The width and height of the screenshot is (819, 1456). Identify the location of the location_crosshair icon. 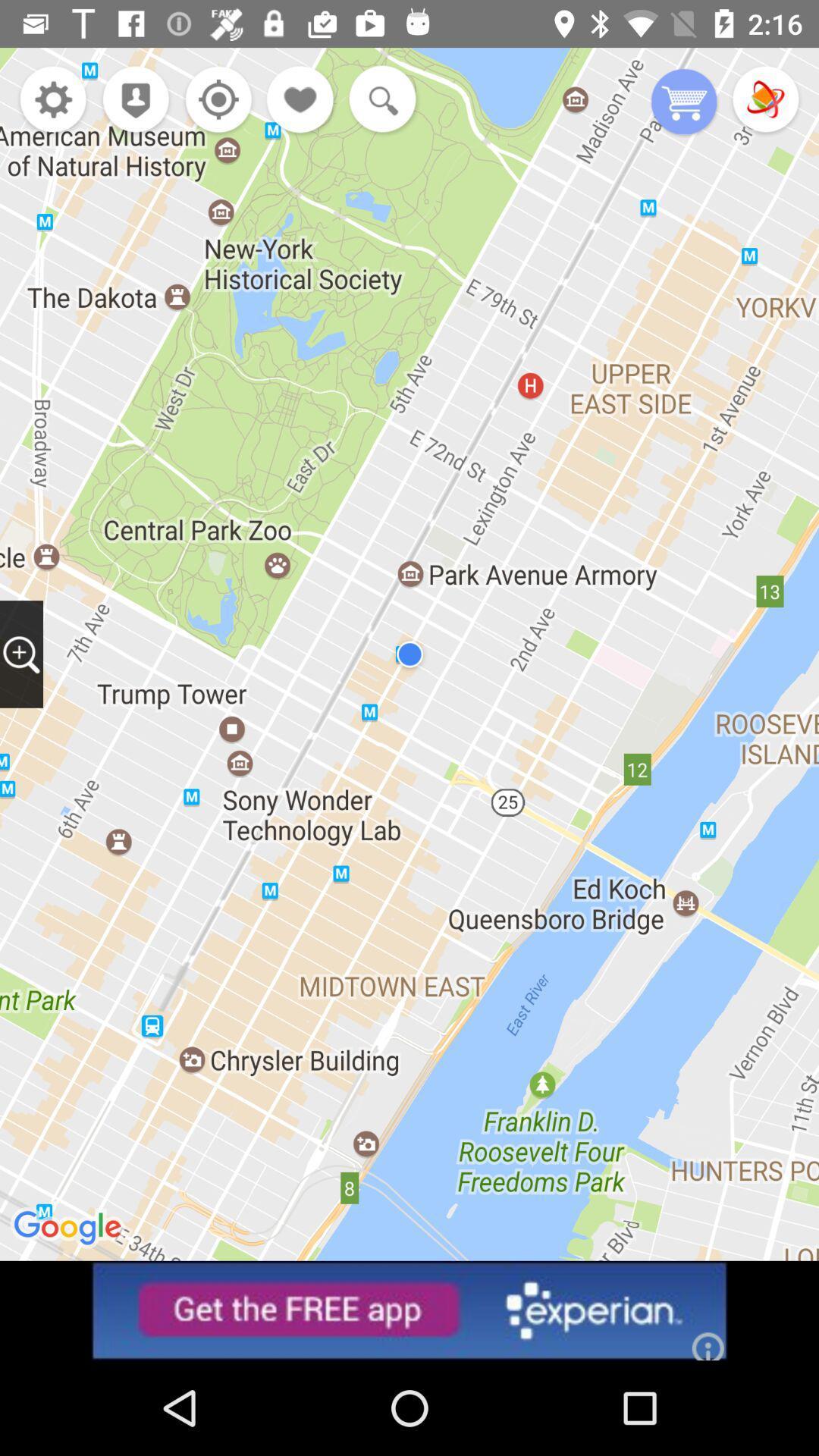
(215, 100).